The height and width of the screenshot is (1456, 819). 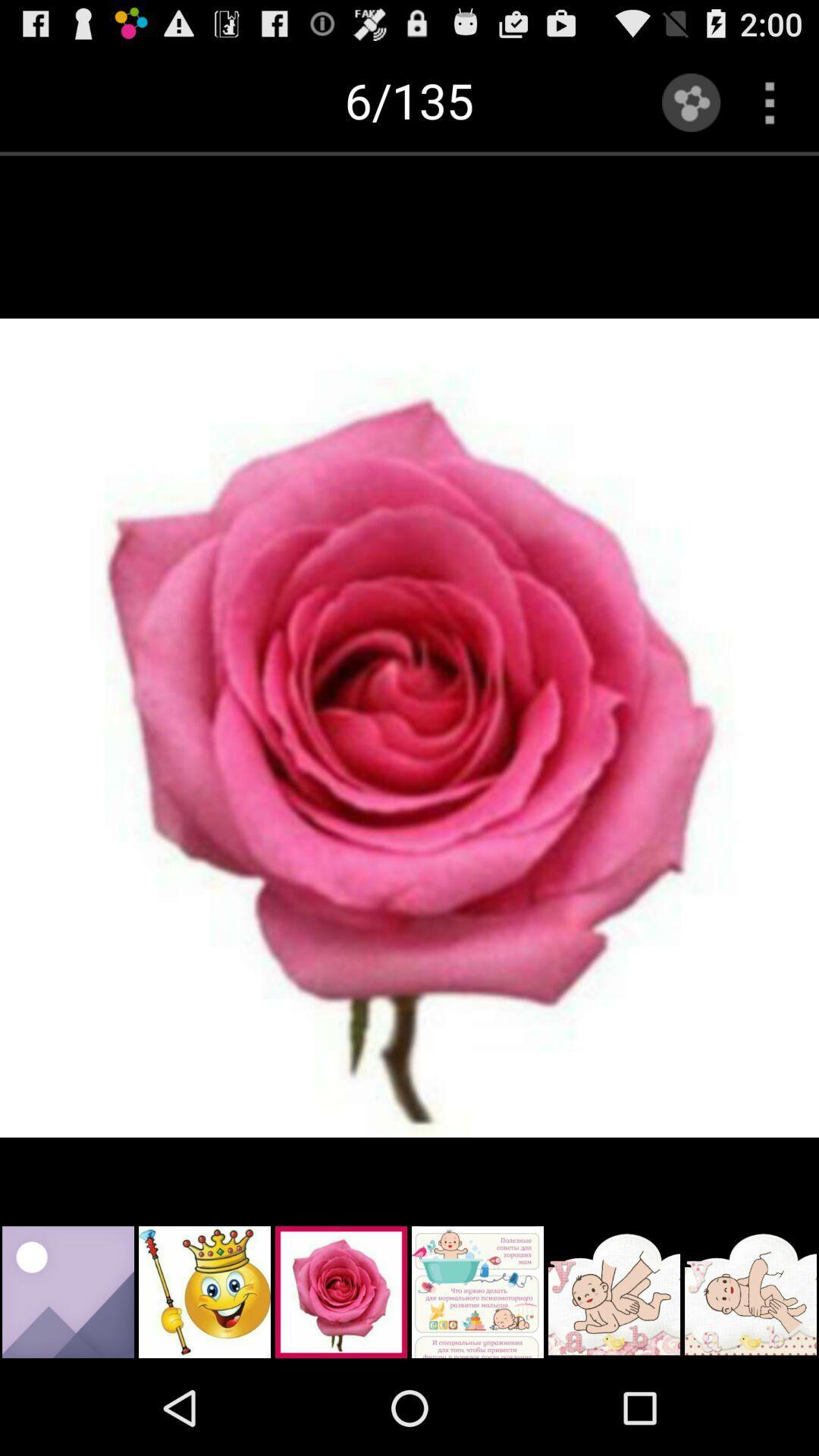 I want to click on the more icon, so click(x=770, y=102).